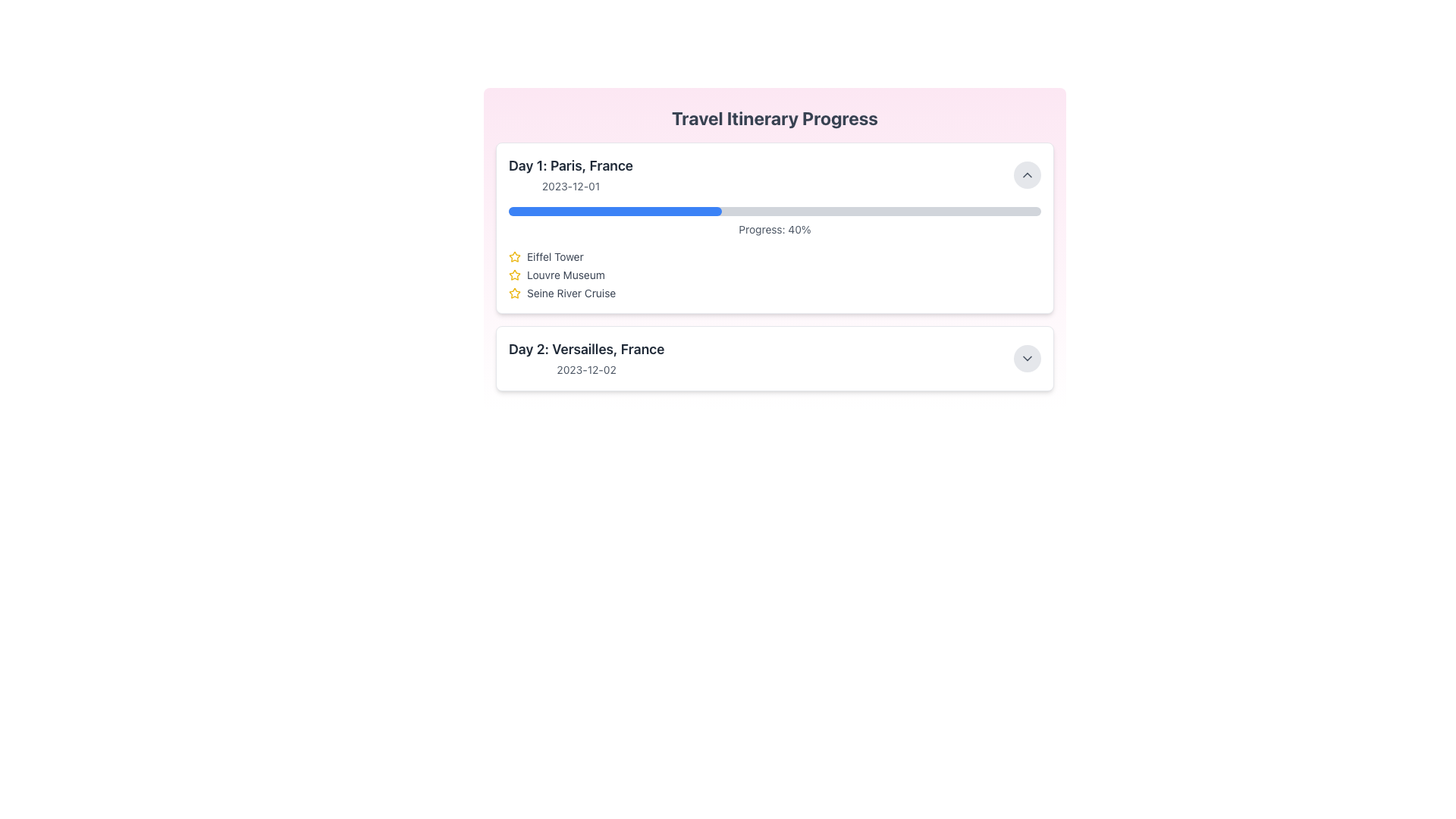 The width and height of the screenshot is (1456, 819). What do you see at coordinates (514, 275) in the screenshot?
I see `the star icon representing the 'Louvre Museum'` at bounding box center [514, 275].